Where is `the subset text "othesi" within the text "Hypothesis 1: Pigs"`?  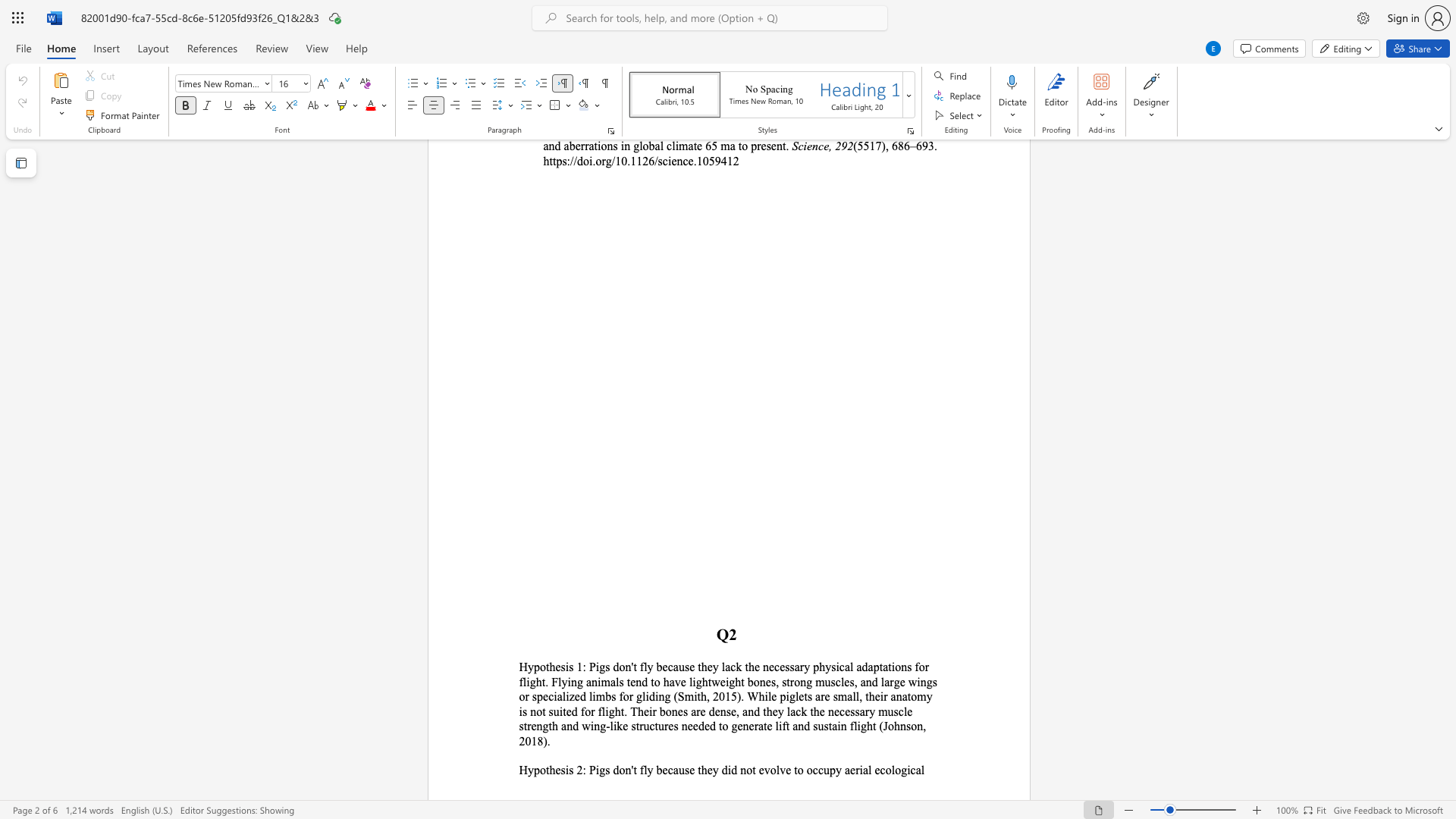
the subset text "othesi" within the text "Hypothesis 1: Pigs" is located at coordinates (540, 666).